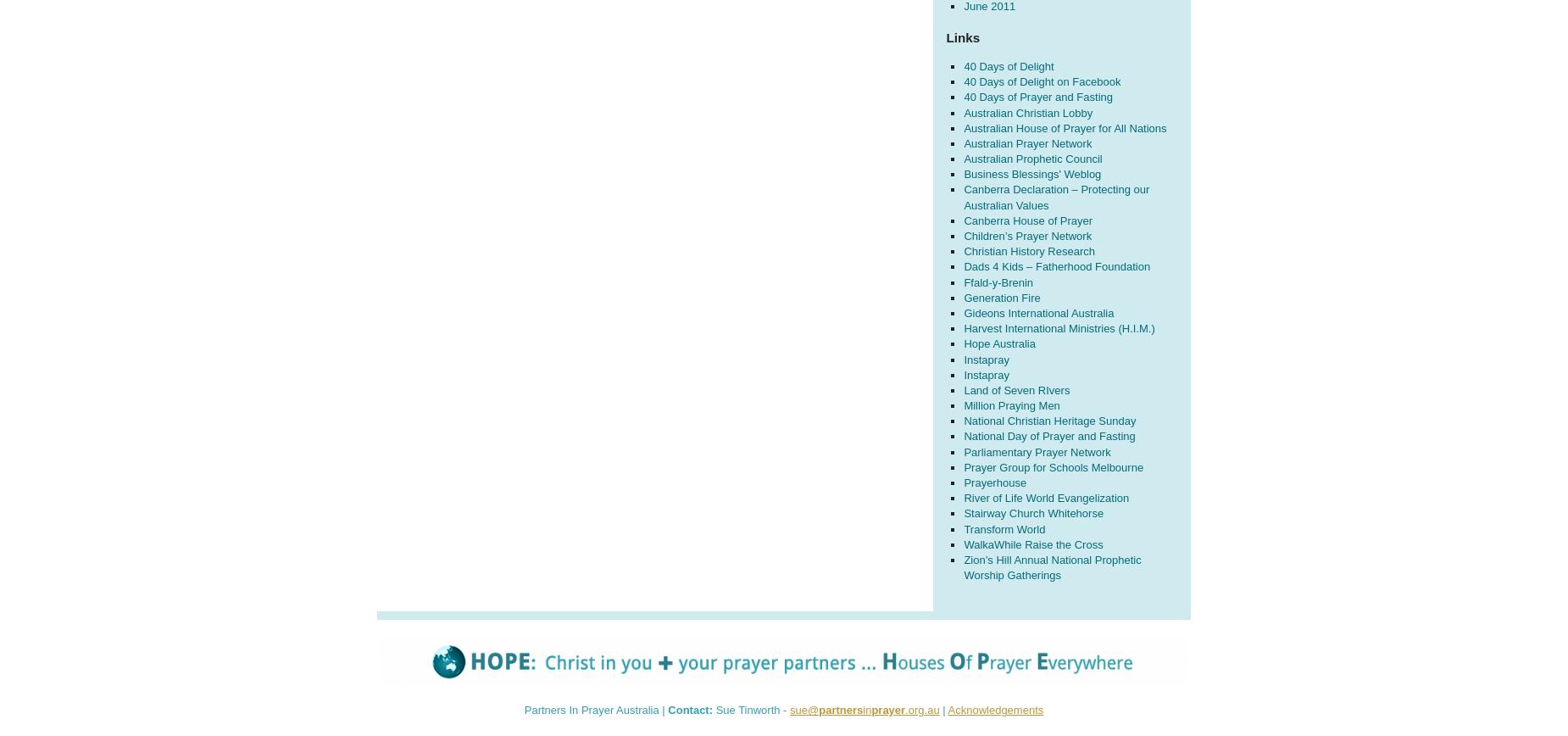  Describe the element at coordinates (887, 710) in the screenshot. I see `'prayer'` at that location.